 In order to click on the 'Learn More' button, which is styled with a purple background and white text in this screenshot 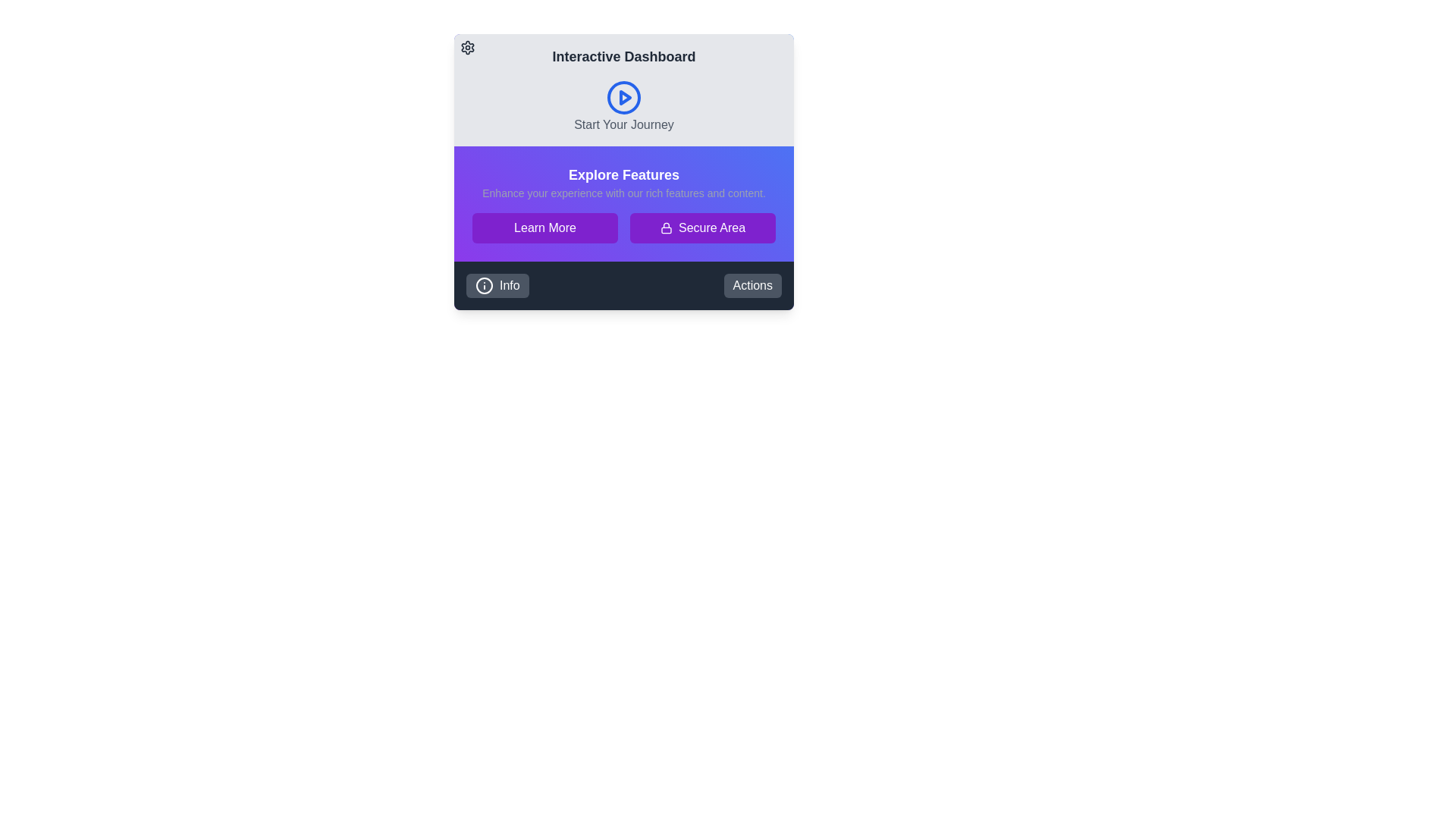, I will do `click(545, 227)`.